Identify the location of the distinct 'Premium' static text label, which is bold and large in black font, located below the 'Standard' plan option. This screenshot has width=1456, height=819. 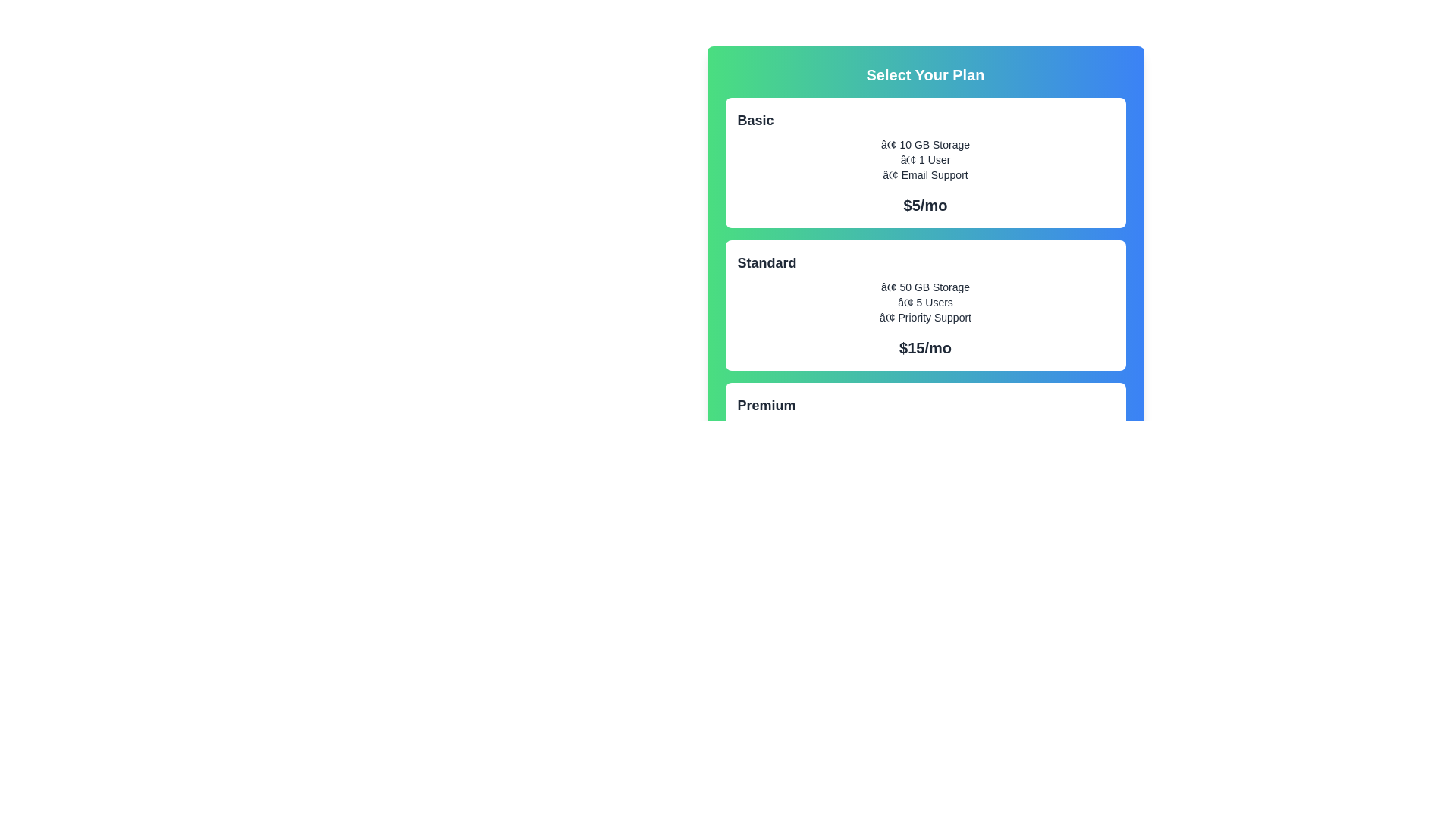
(767, 405).